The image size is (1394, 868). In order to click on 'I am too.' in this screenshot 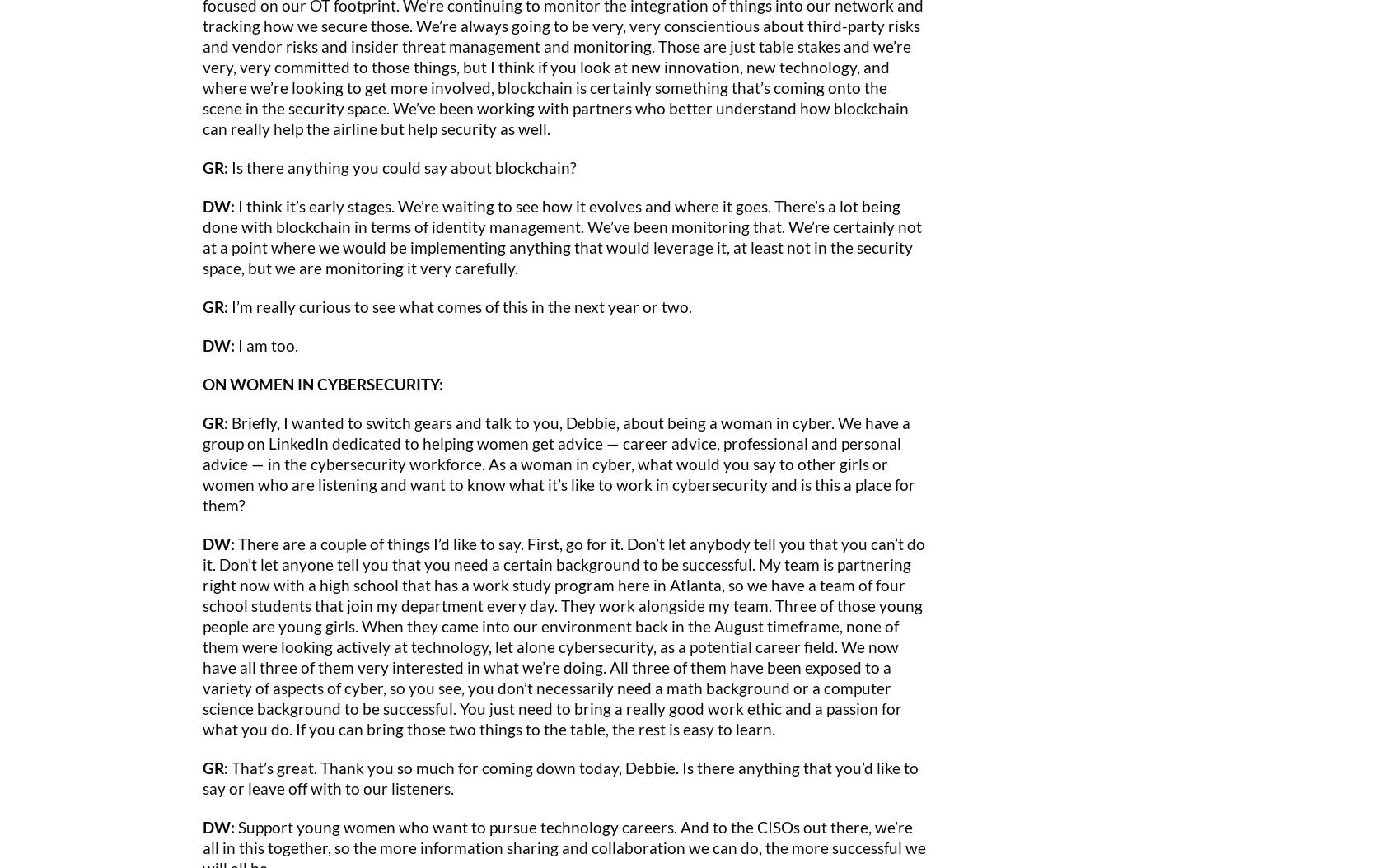, I will do `click(265, 343)`.